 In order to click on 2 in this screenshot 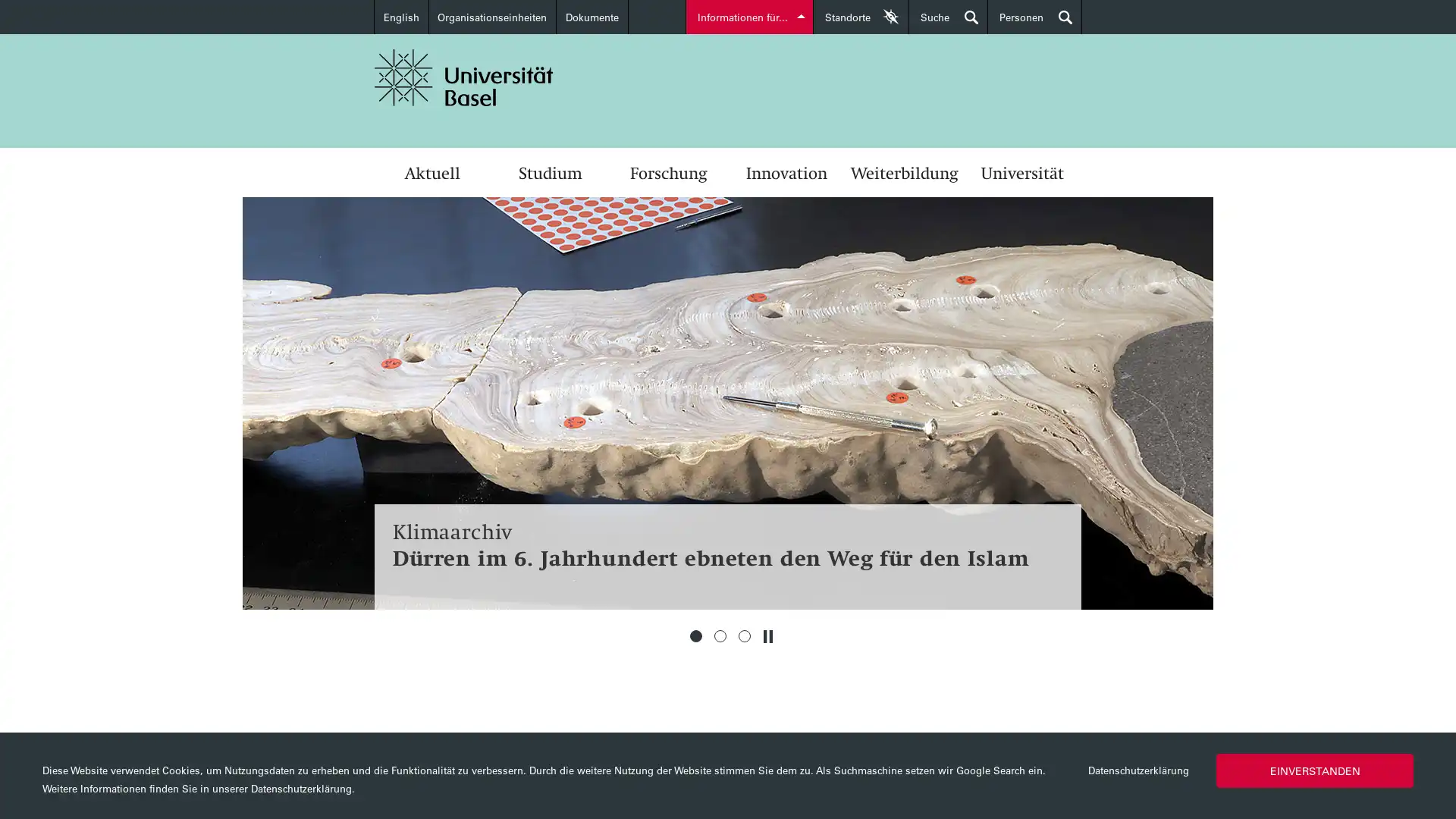, I will do `click(719, 636)`.